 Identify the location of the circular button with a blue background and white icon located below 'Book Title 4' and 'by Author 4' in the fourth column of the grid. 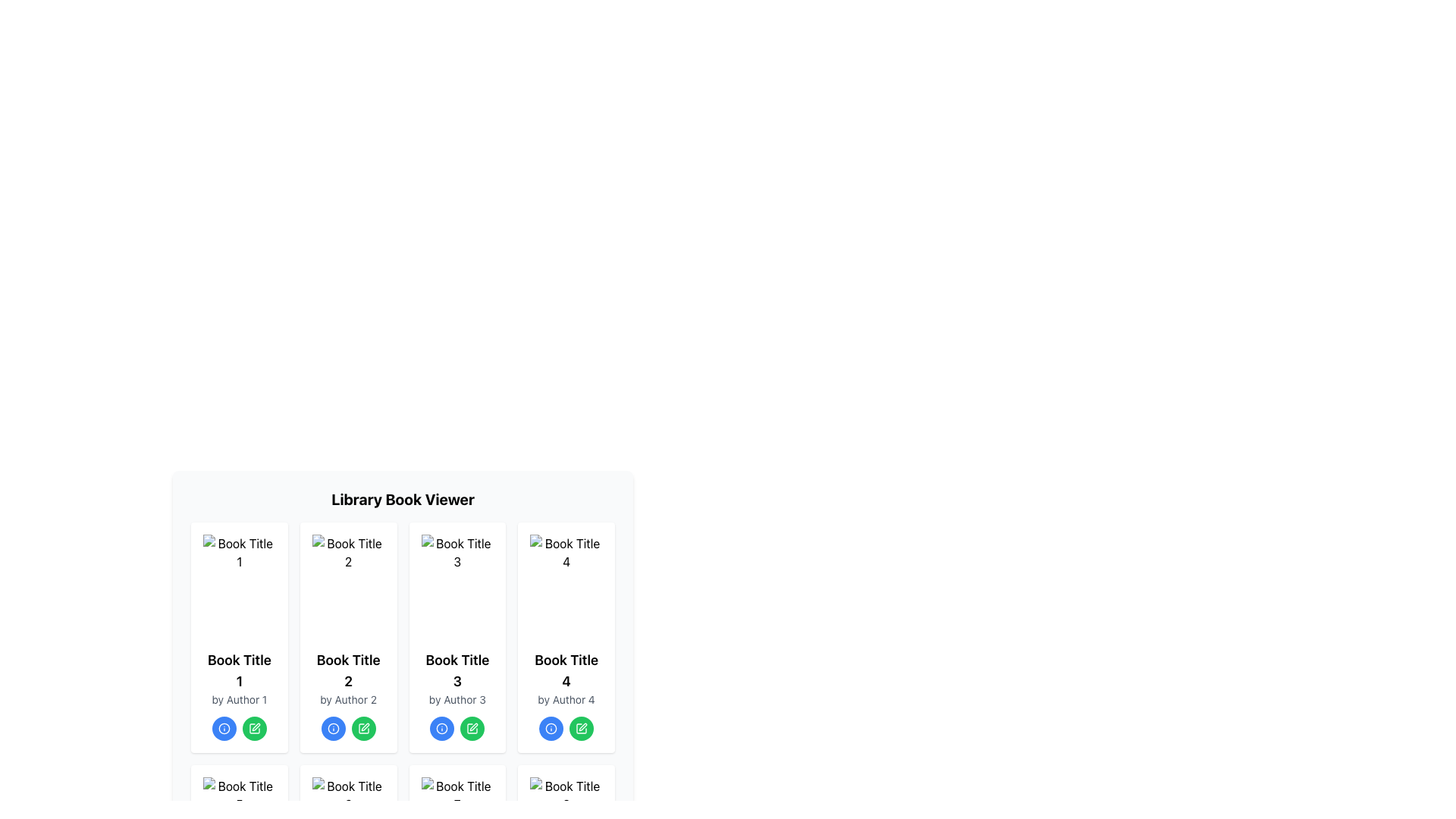
(551, 727).